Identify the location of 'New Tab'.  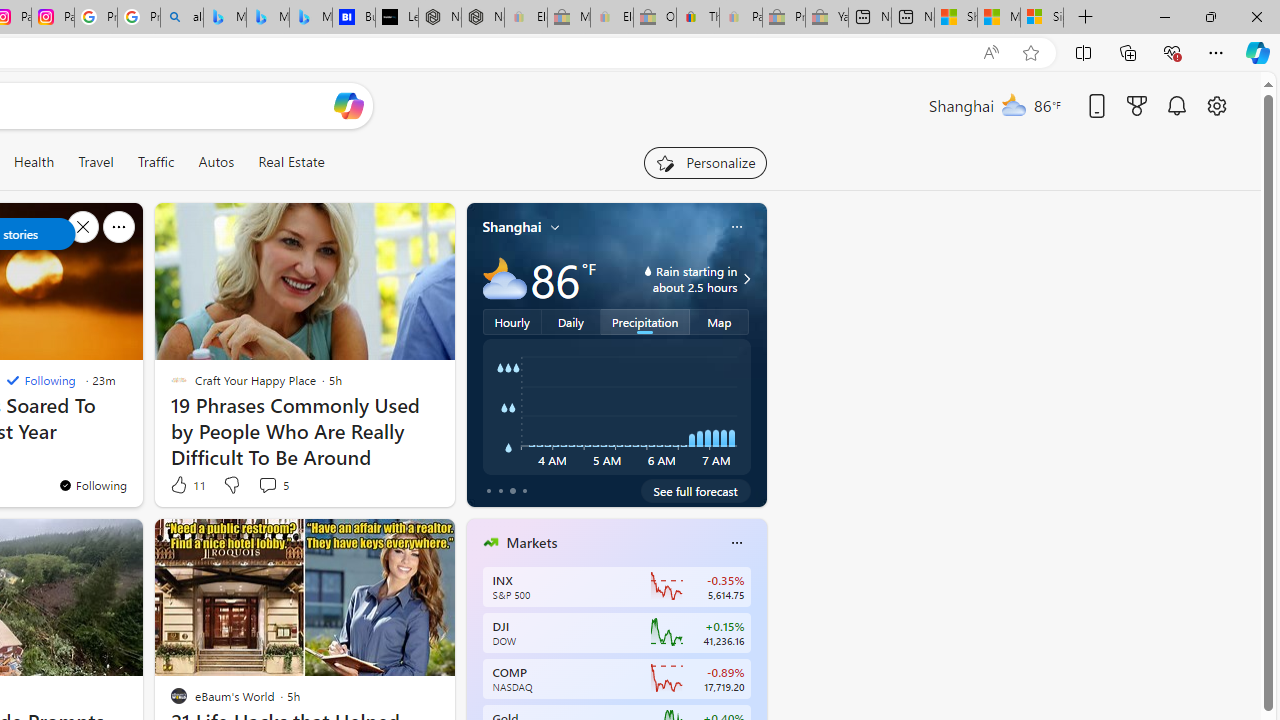
(1085, 17).